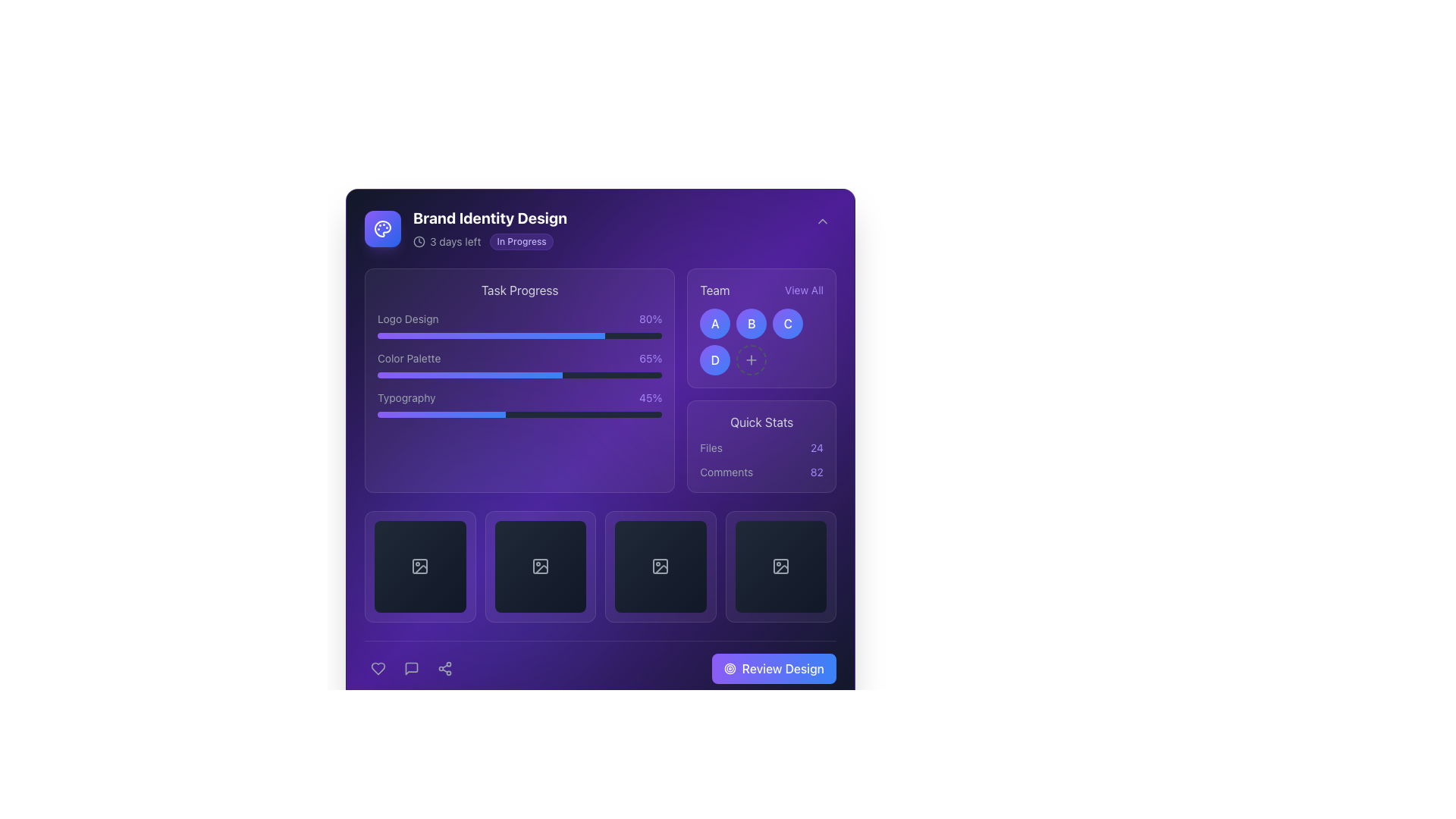  What do you see at coordinates (519, 379) in the screenshot?
I see `the Progress Overview Widget to interact with external links or details` at bounding box center [519, 379].